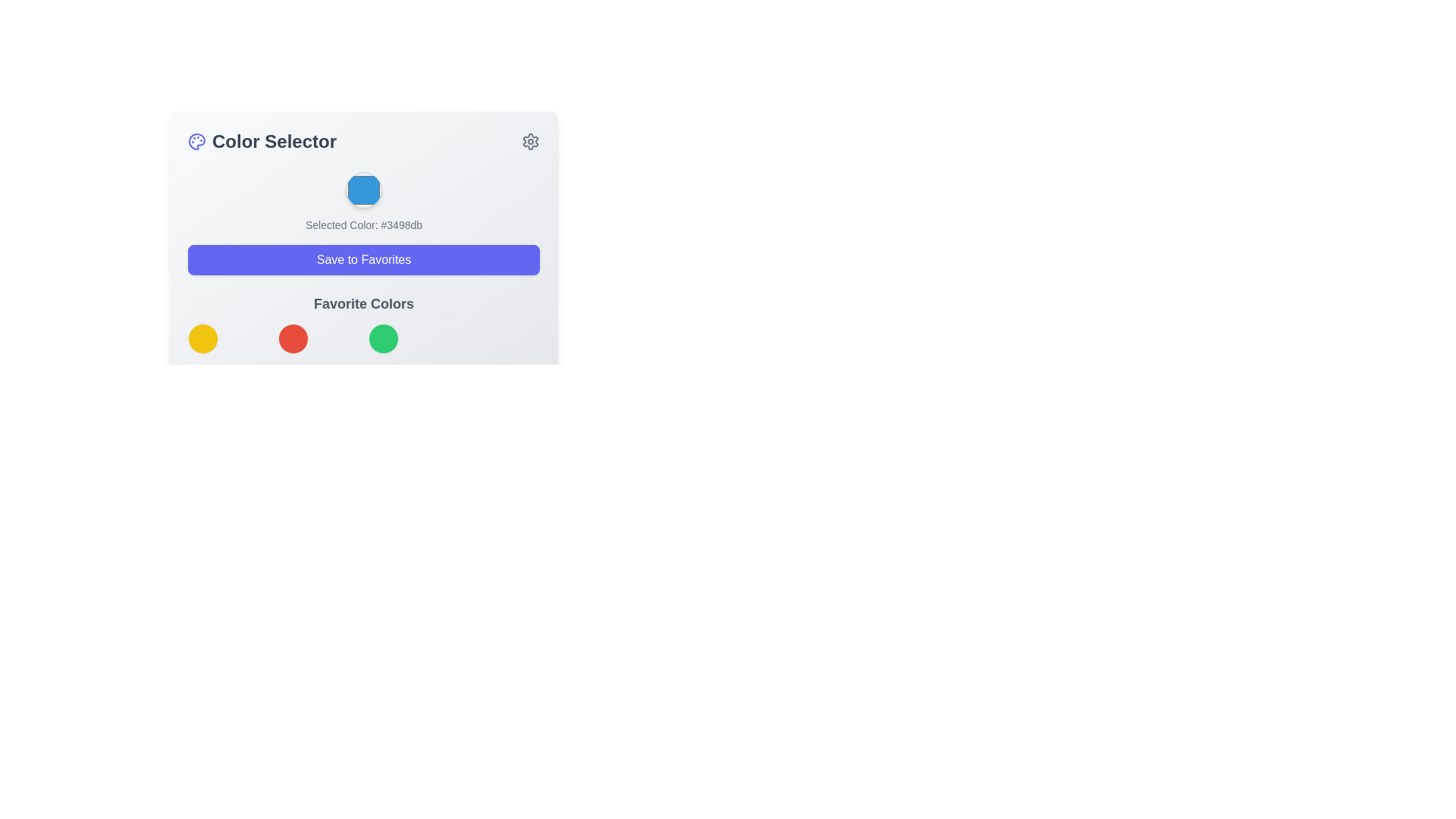 The width and height of the screenshot is (1456, 819). What do you see at coordinates (293, 338) in the screenshot?
I see `the circular red button located below the 'Favorite Colors' section` at bounding box center [293, 338].